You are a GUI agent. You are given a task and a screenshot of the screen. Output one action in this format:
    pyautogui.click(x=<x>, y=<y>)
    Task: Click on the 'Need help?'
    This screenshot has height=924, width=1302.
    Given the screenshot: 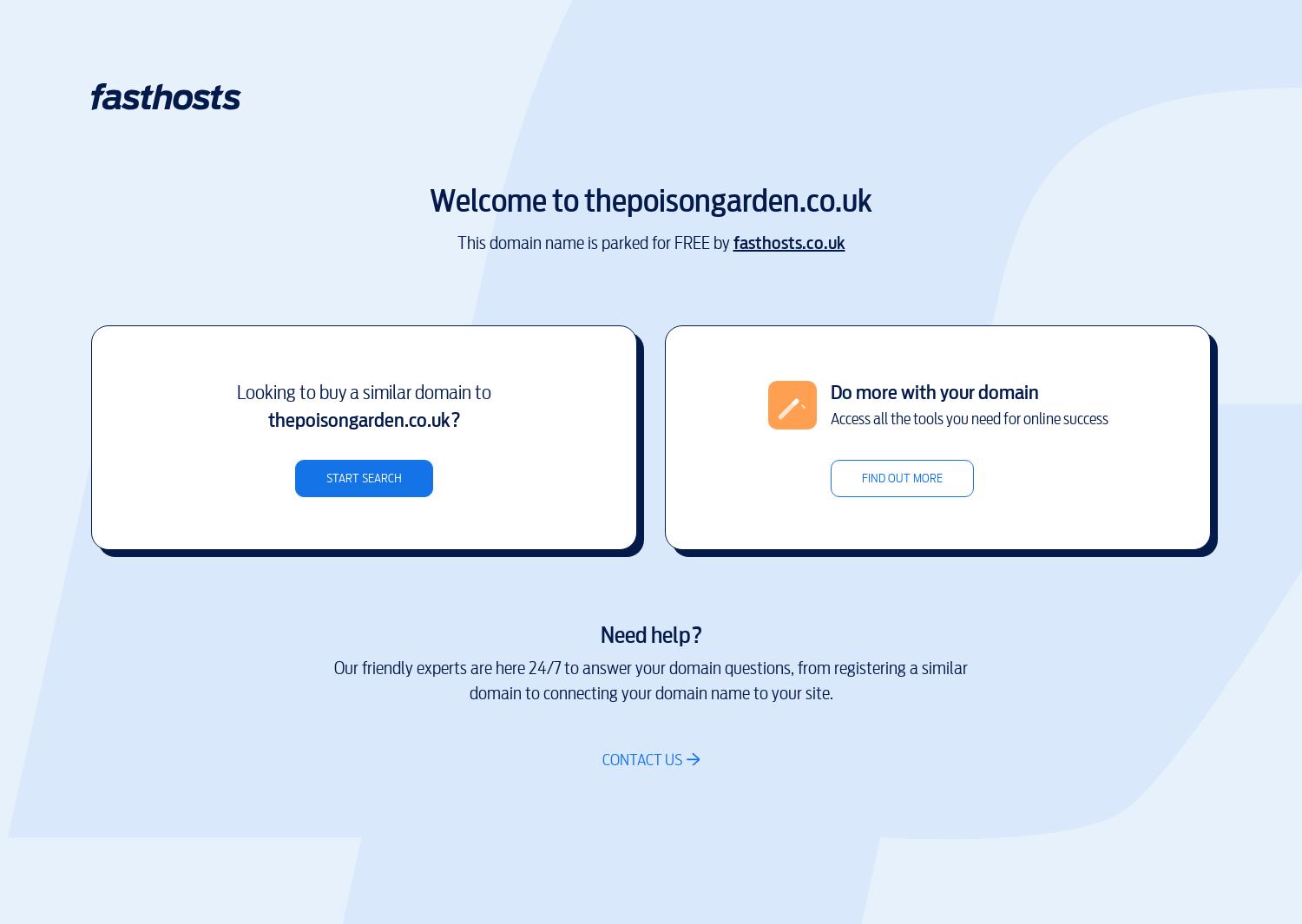 What is the action you would take?
    pyautogui.click(x=649, y=634)
    